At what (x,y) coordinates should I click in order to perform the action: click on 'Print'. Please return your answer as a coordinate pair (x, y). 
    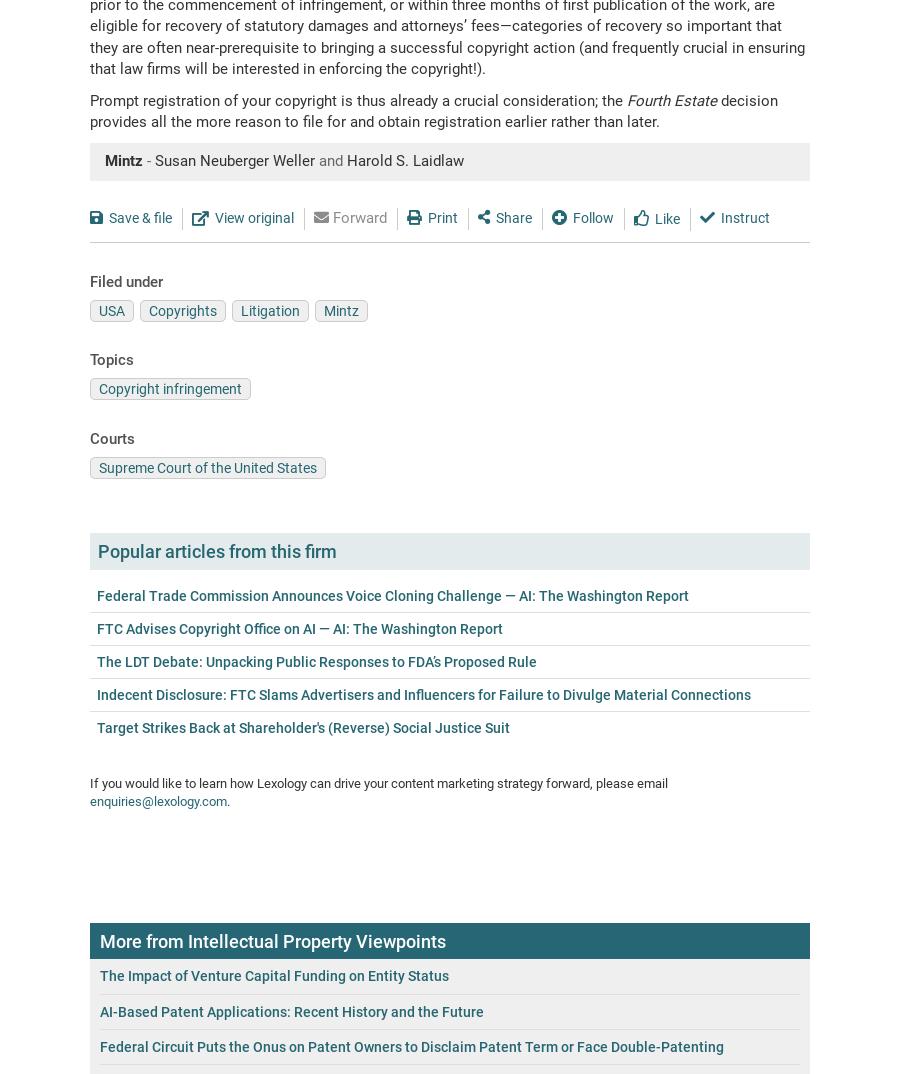
    Looking at the image, I should click on (442, 217).